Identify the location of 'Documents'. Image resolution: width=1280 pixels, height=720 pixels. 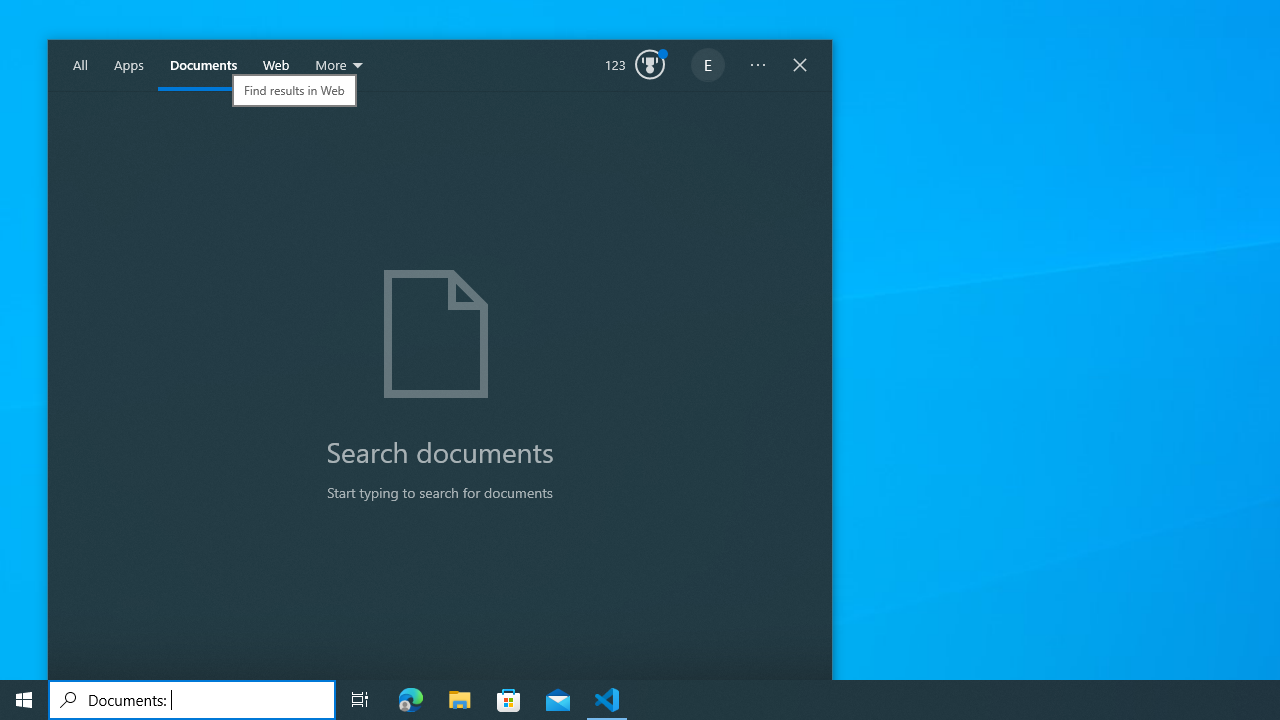
(203, 65).